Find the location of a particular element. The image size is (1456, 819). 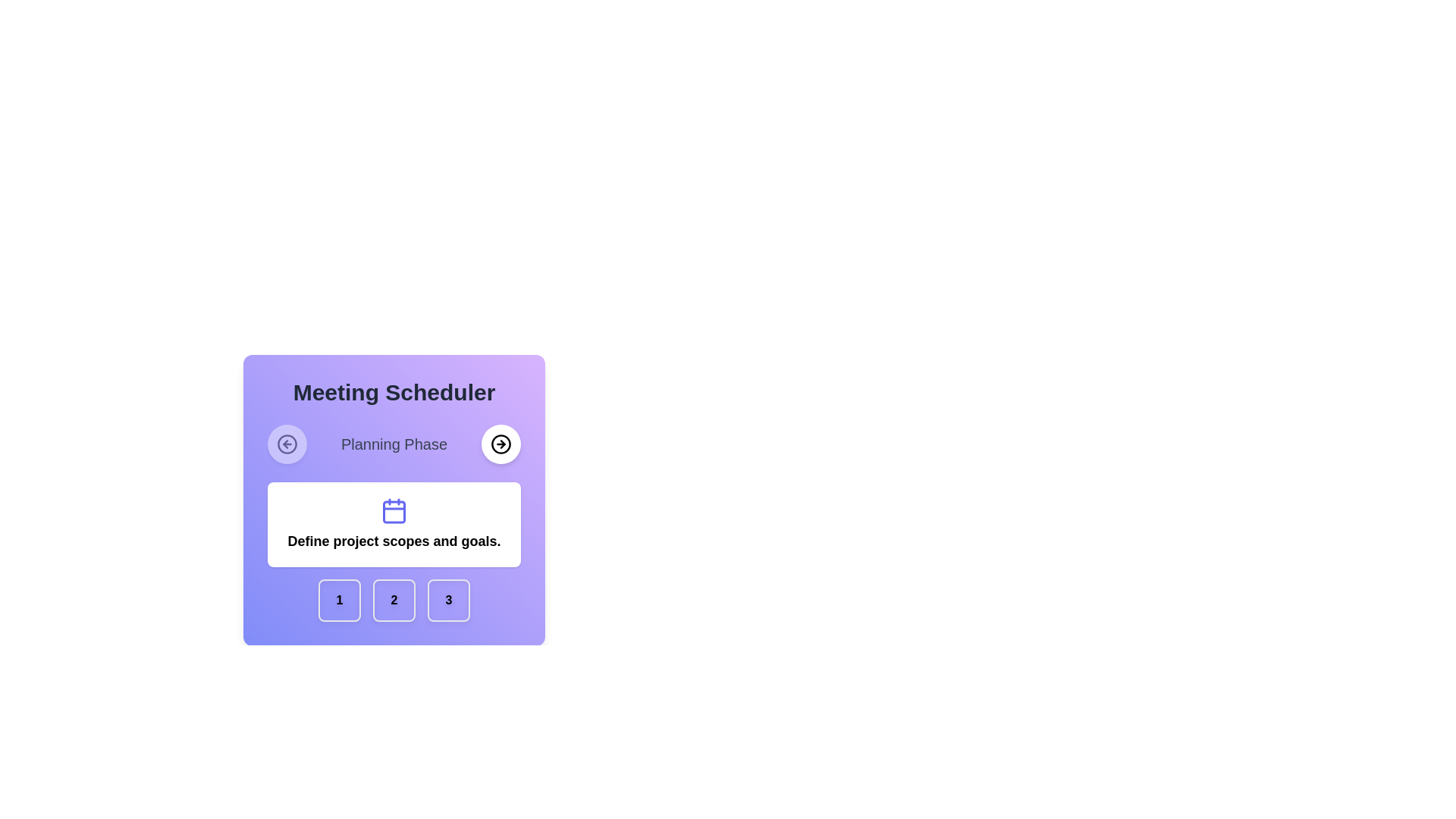

the first button in the row of three buttons at the bottom center of the card layout is located at coordinates (338, 599).